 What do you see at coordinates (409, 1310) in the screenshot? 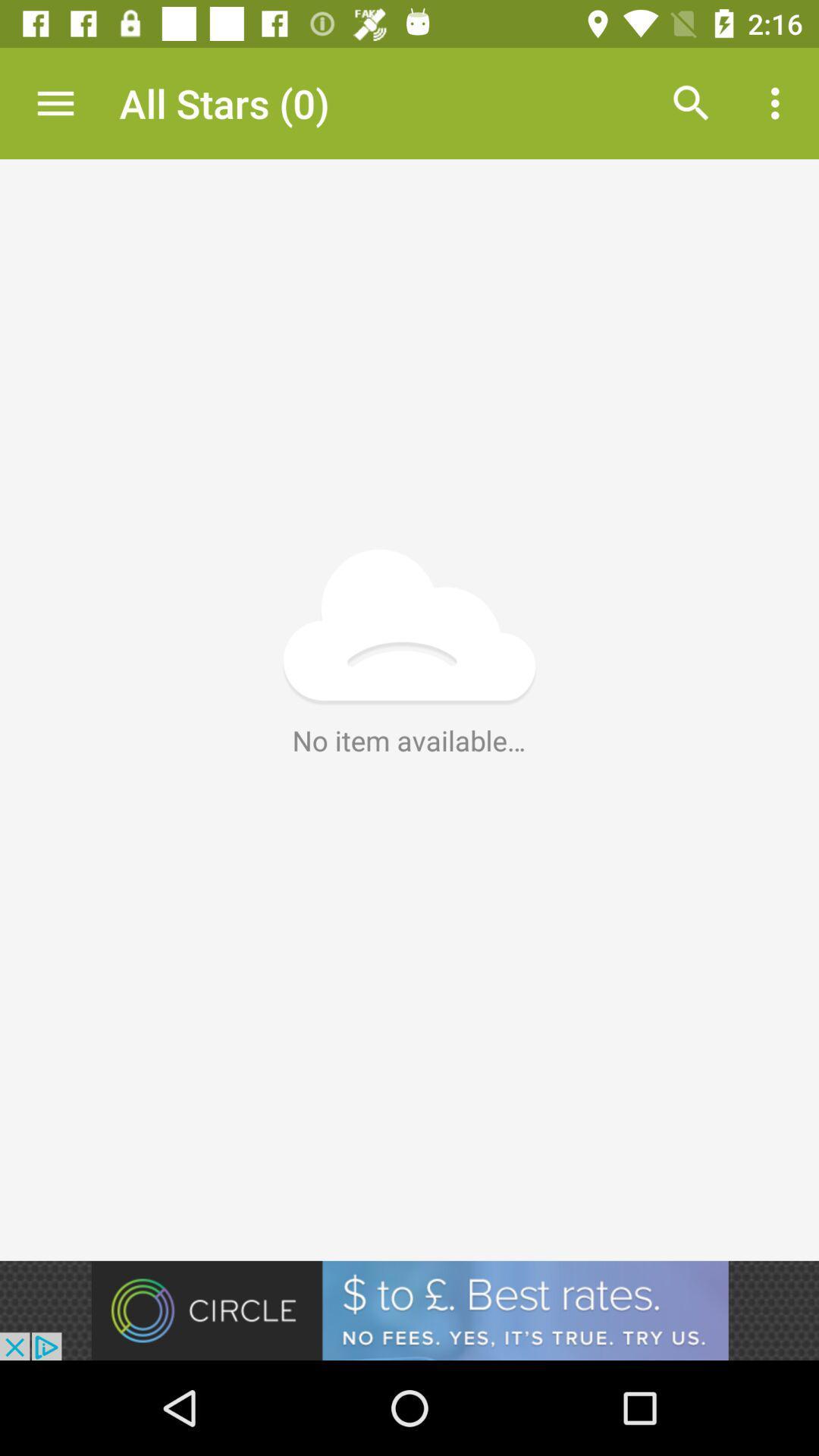
I see `advertisement` at bounding box center [409, 1310].